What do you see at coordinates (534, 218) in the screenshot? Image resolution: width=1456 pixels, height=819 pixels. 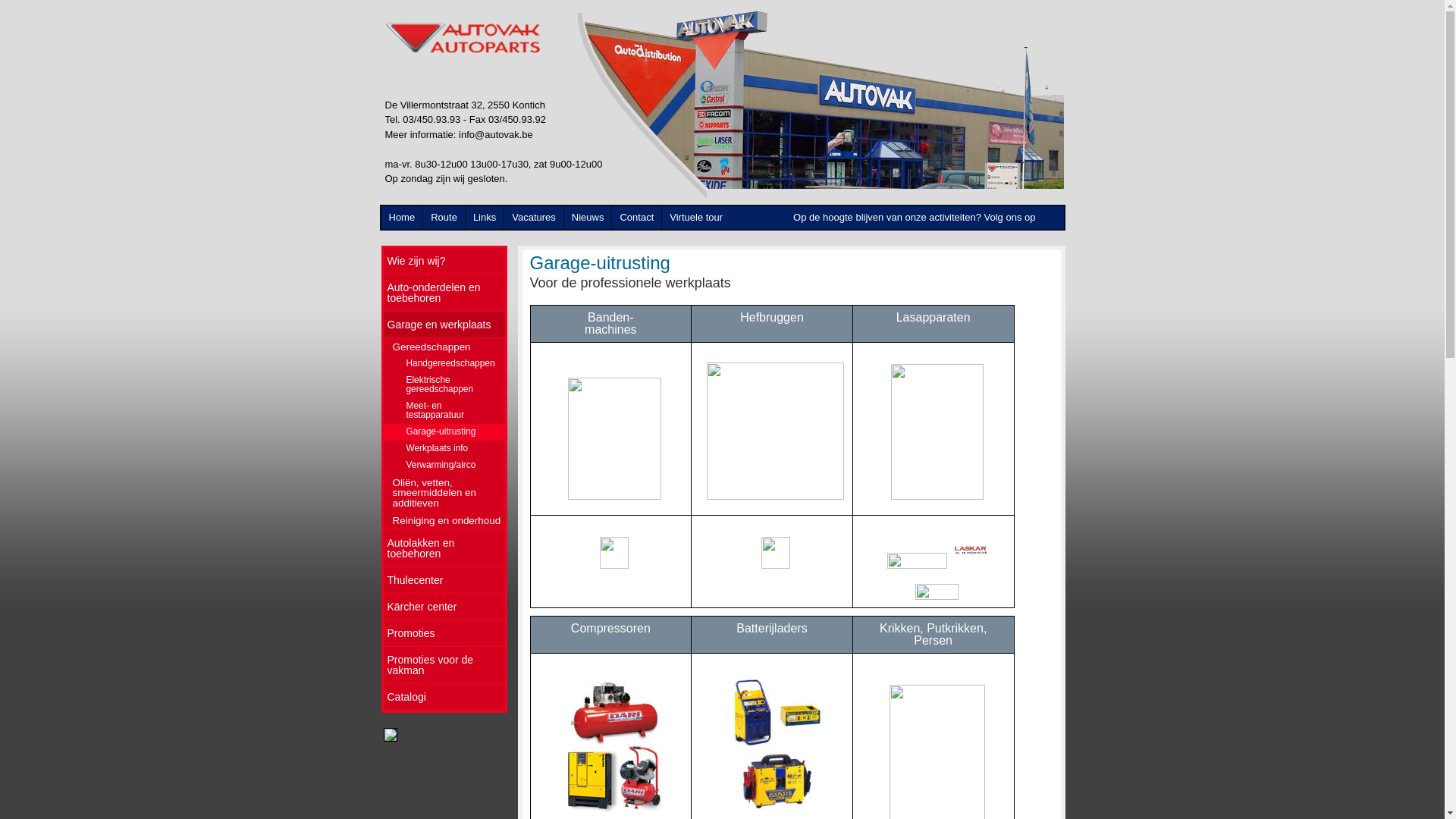 I see `'Vacatures'` at bounding box center [534, 218].